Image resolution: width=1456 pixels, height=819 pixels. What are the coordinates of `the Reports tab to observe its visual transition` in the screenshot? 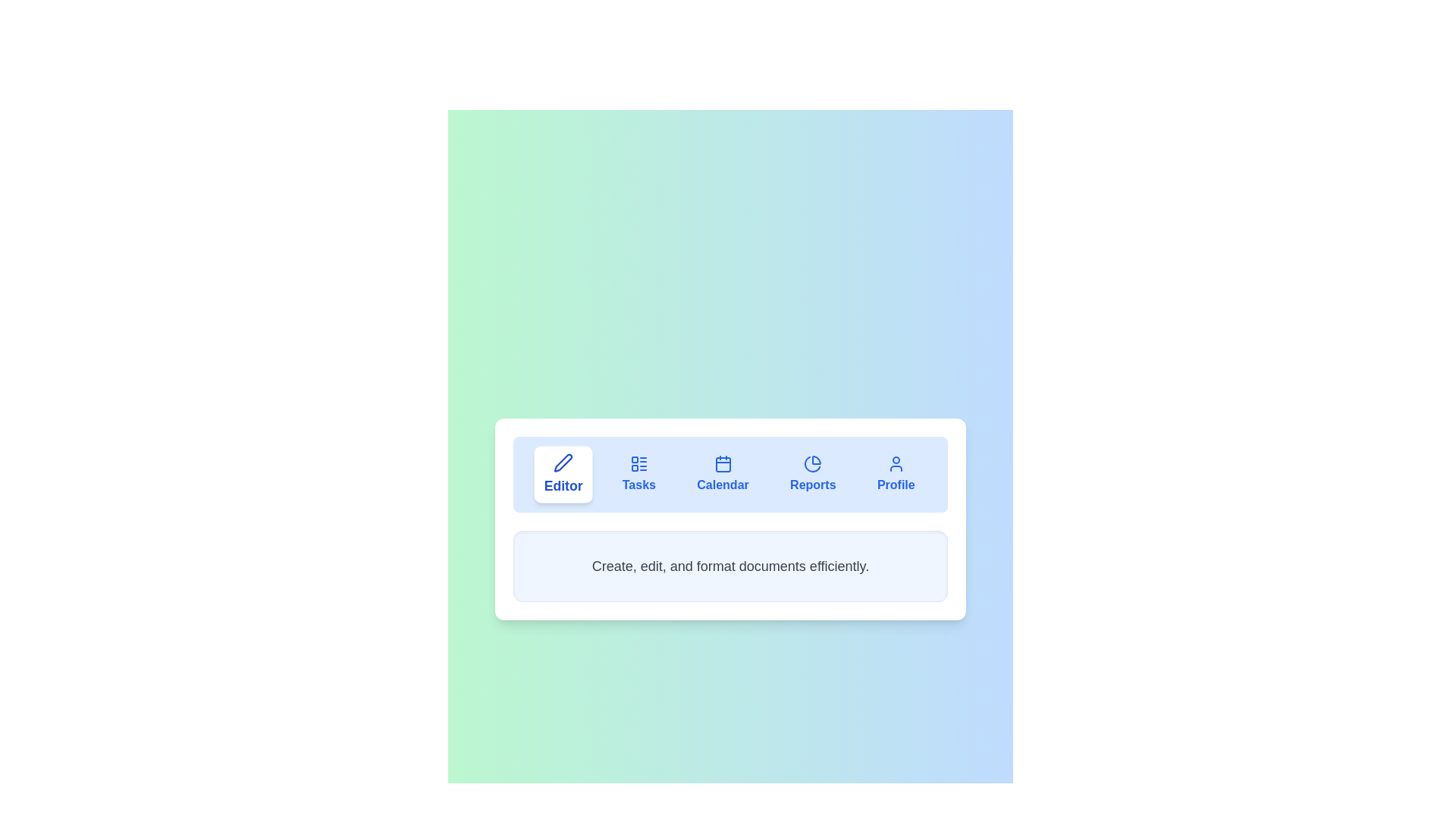 It's located at (812, 473).